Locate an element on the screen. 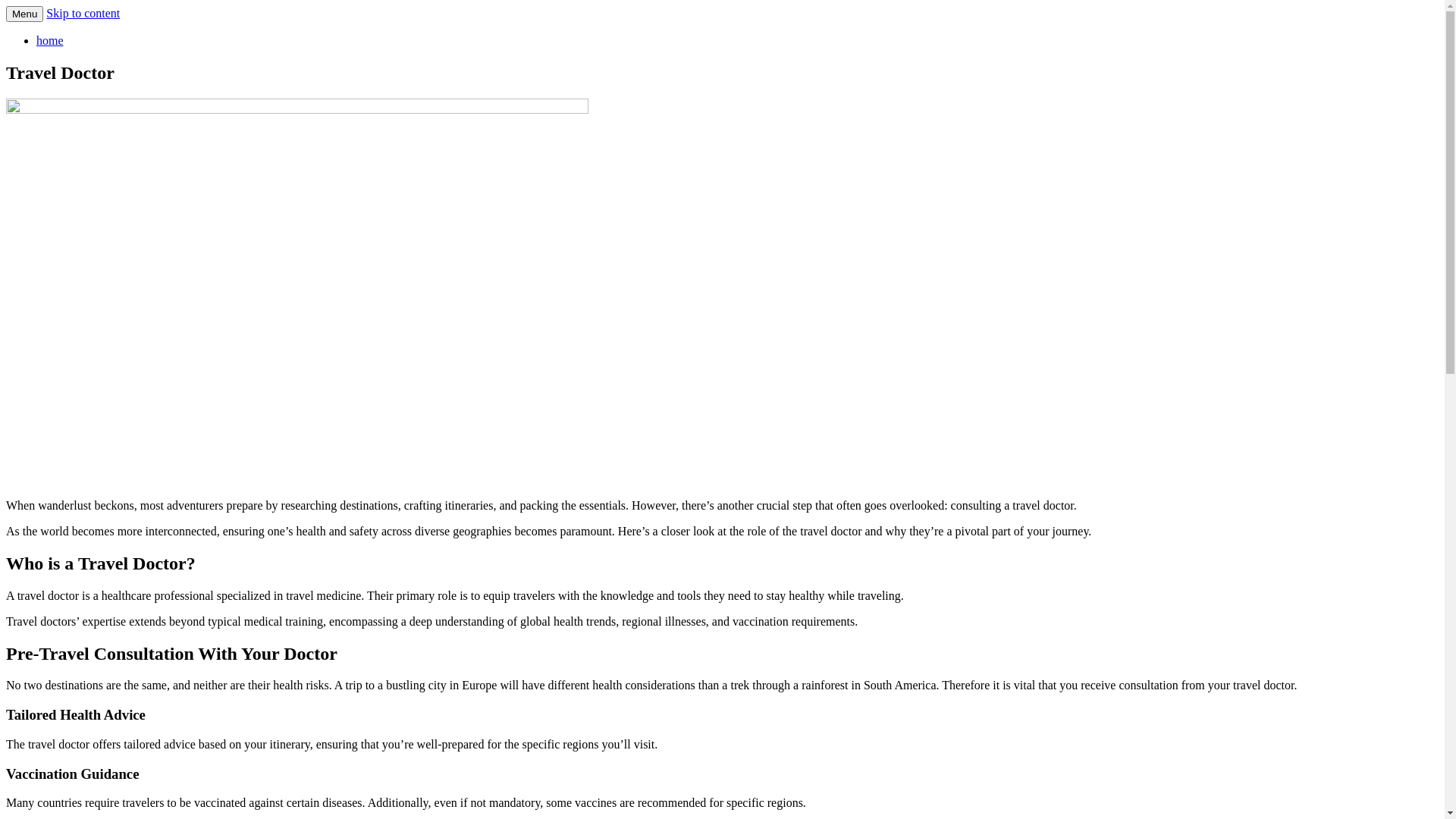  'Menu' is located at coordinates (24, 14).